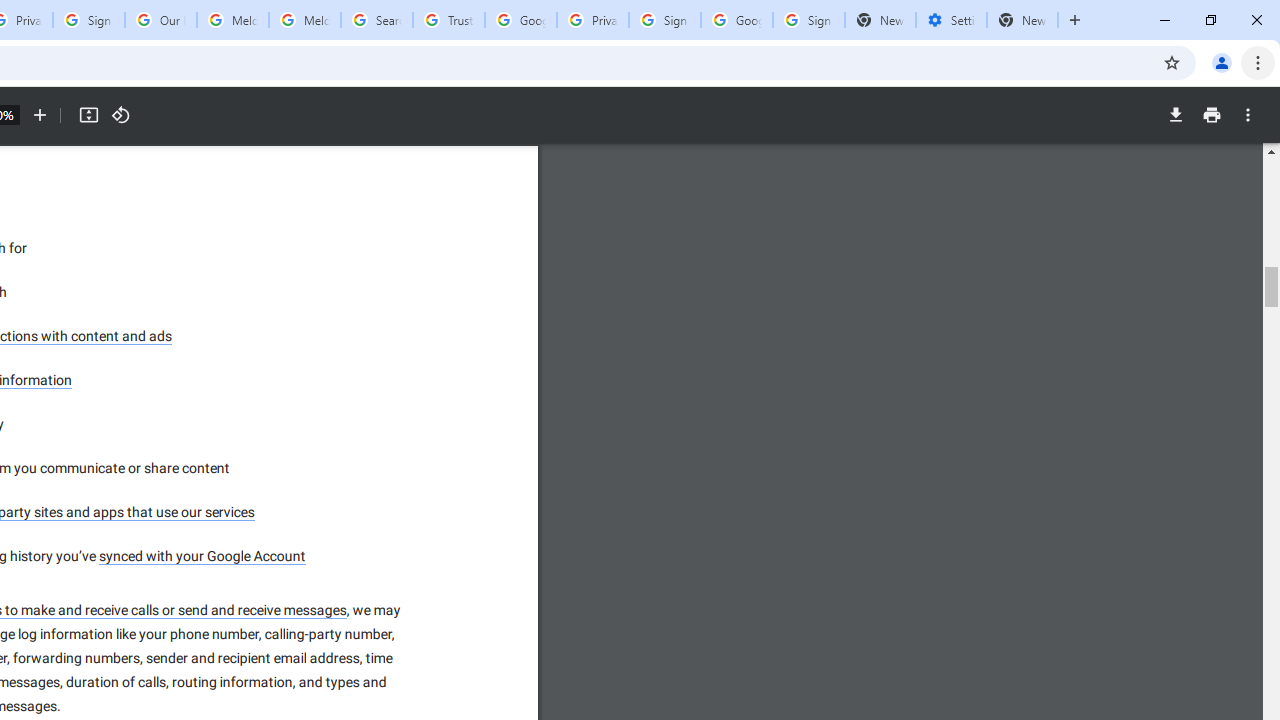 Image resolution: width=1280 pixels, height=720 pixels. I want to click on 'Fit to page', so click(87, 115).